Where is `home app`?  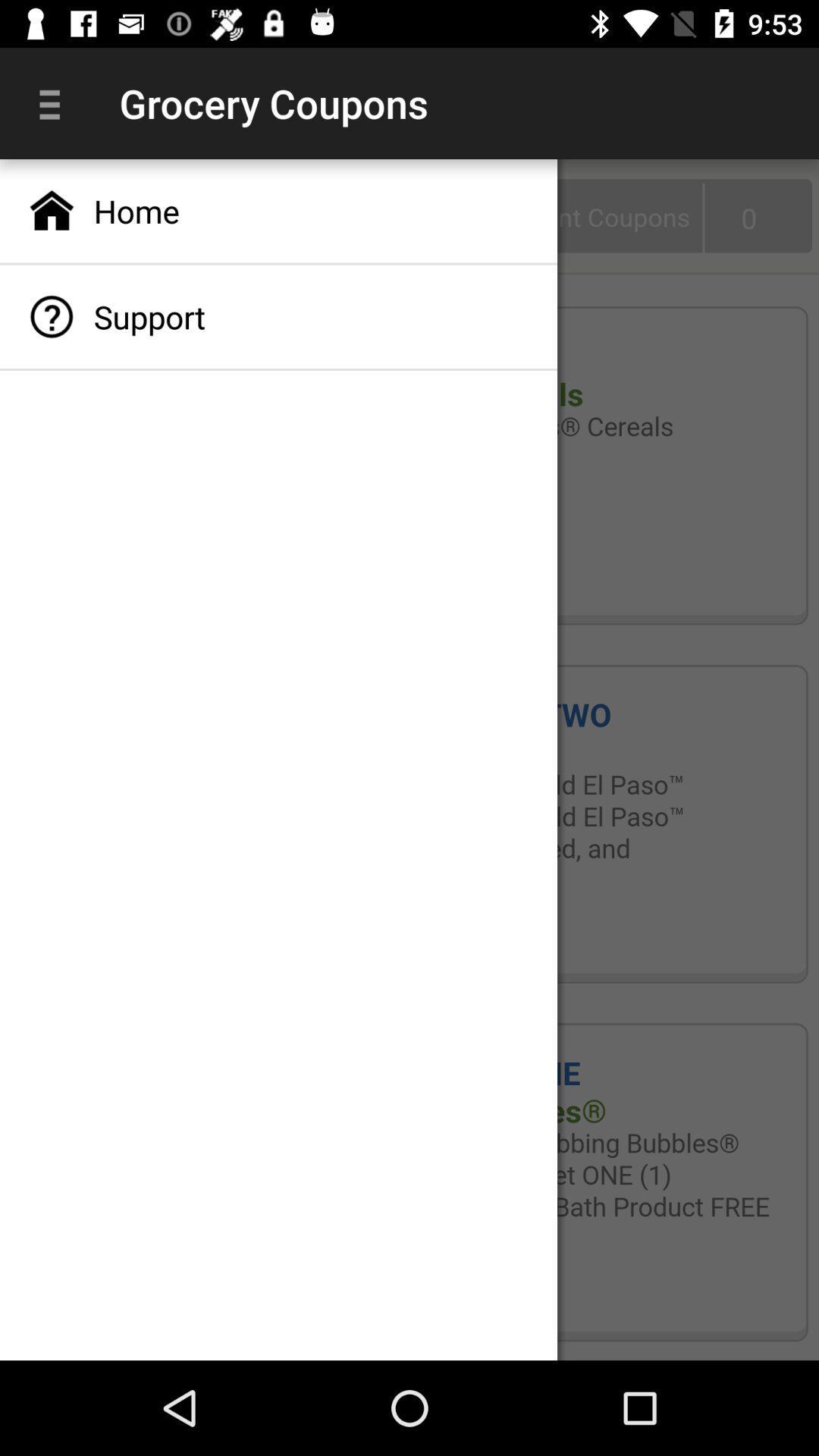 home app is located at coordinates (278, 210).